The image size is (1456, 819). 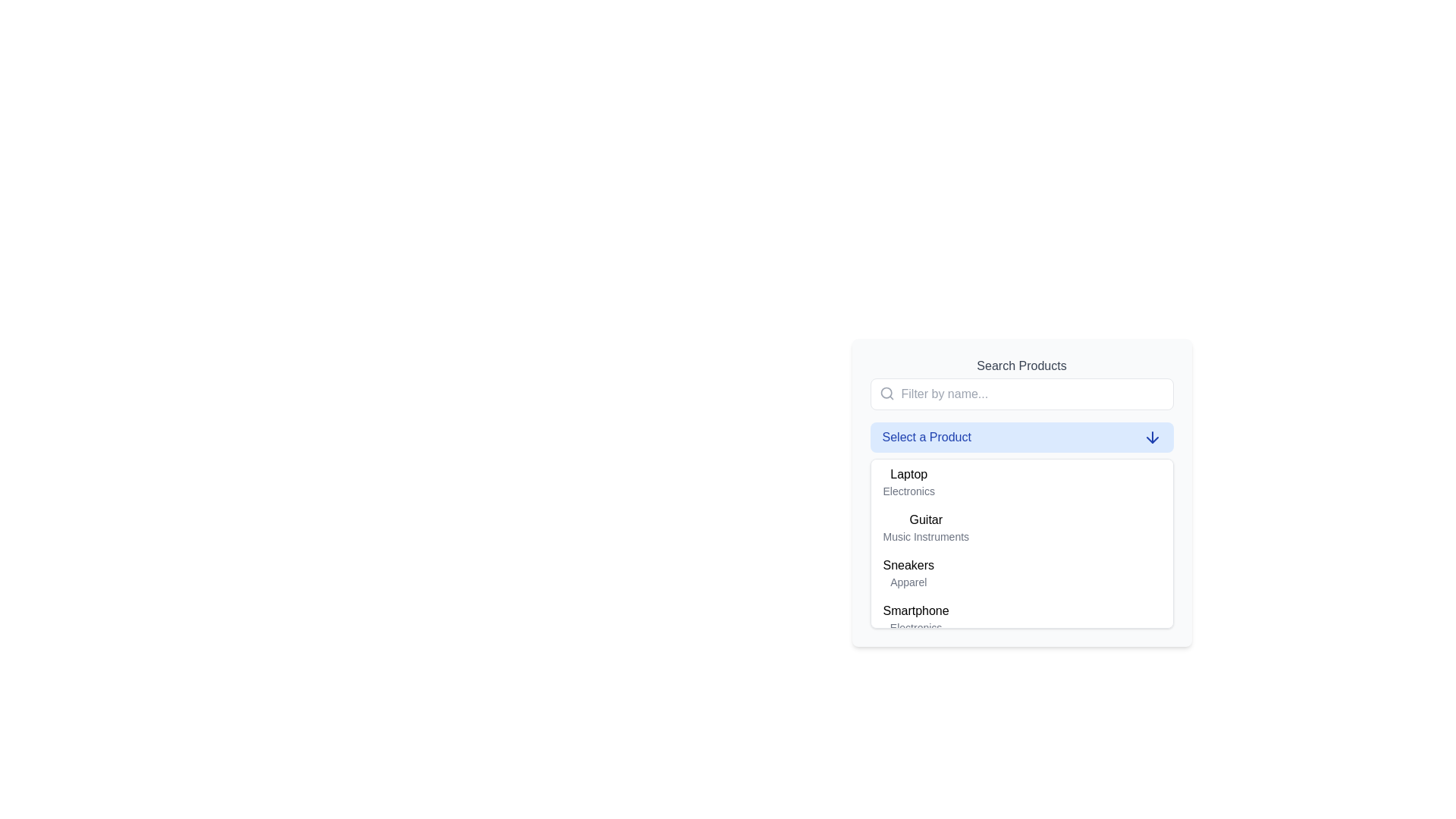 I want to click on the 'Laptop' option in the dropdown list located below the 'Select a Product' field, so click(x=1021, y=493).